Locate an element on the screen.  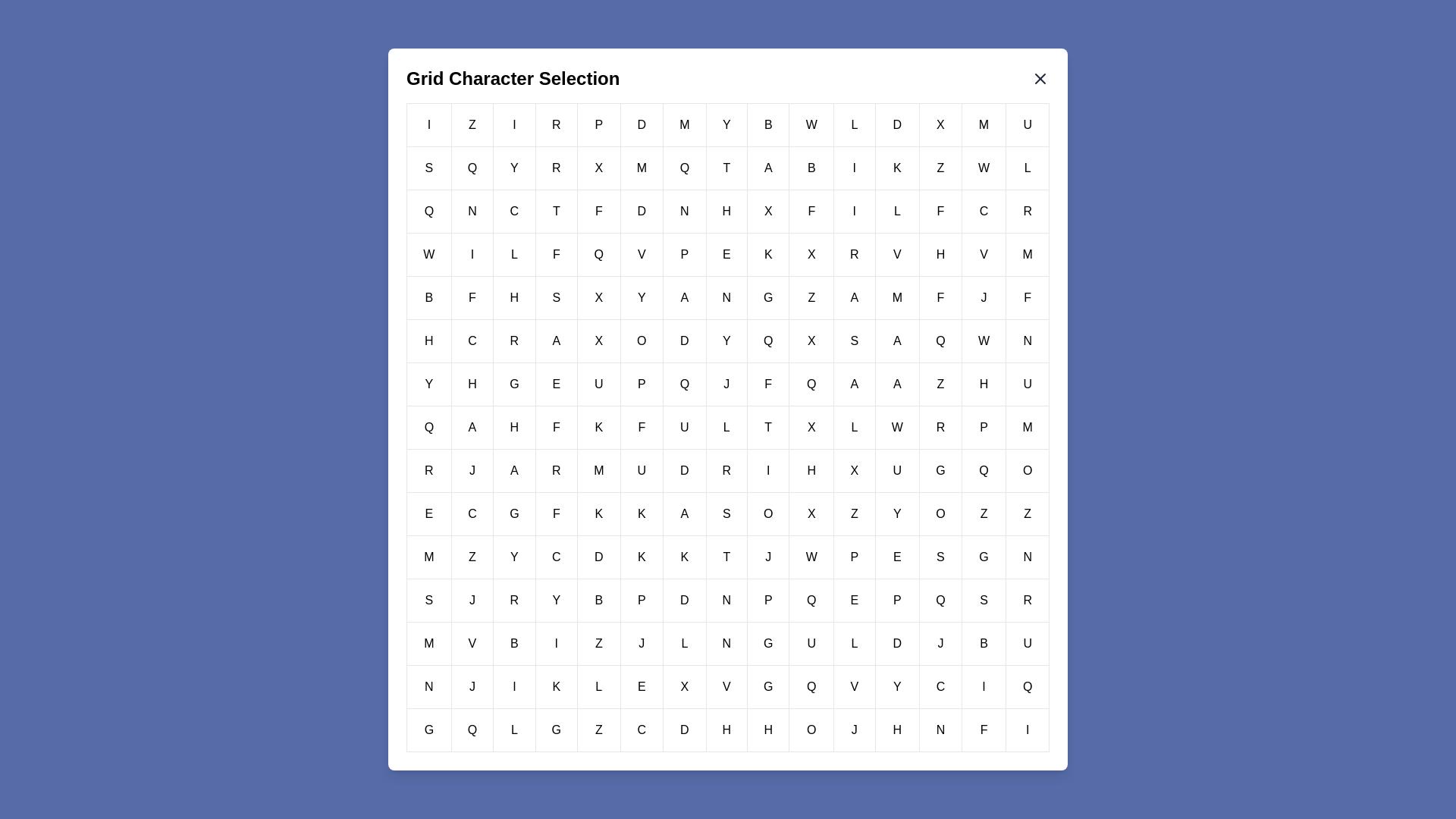
the close button to close the dialog is located at coordinates (1040, 79).